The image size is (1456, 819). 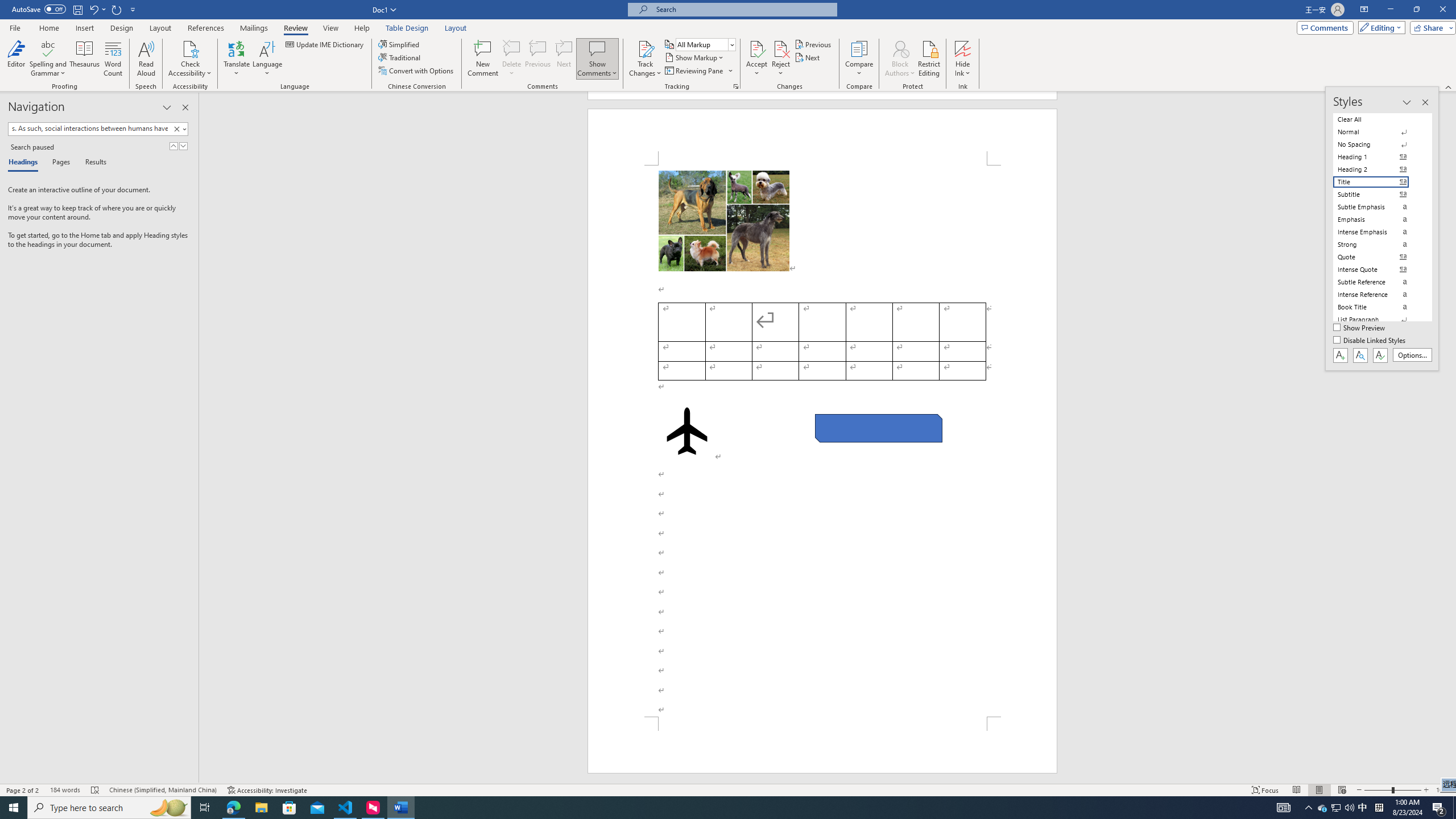 I want to click on 'Change Tracking Options...', so click(x=735, y=85).